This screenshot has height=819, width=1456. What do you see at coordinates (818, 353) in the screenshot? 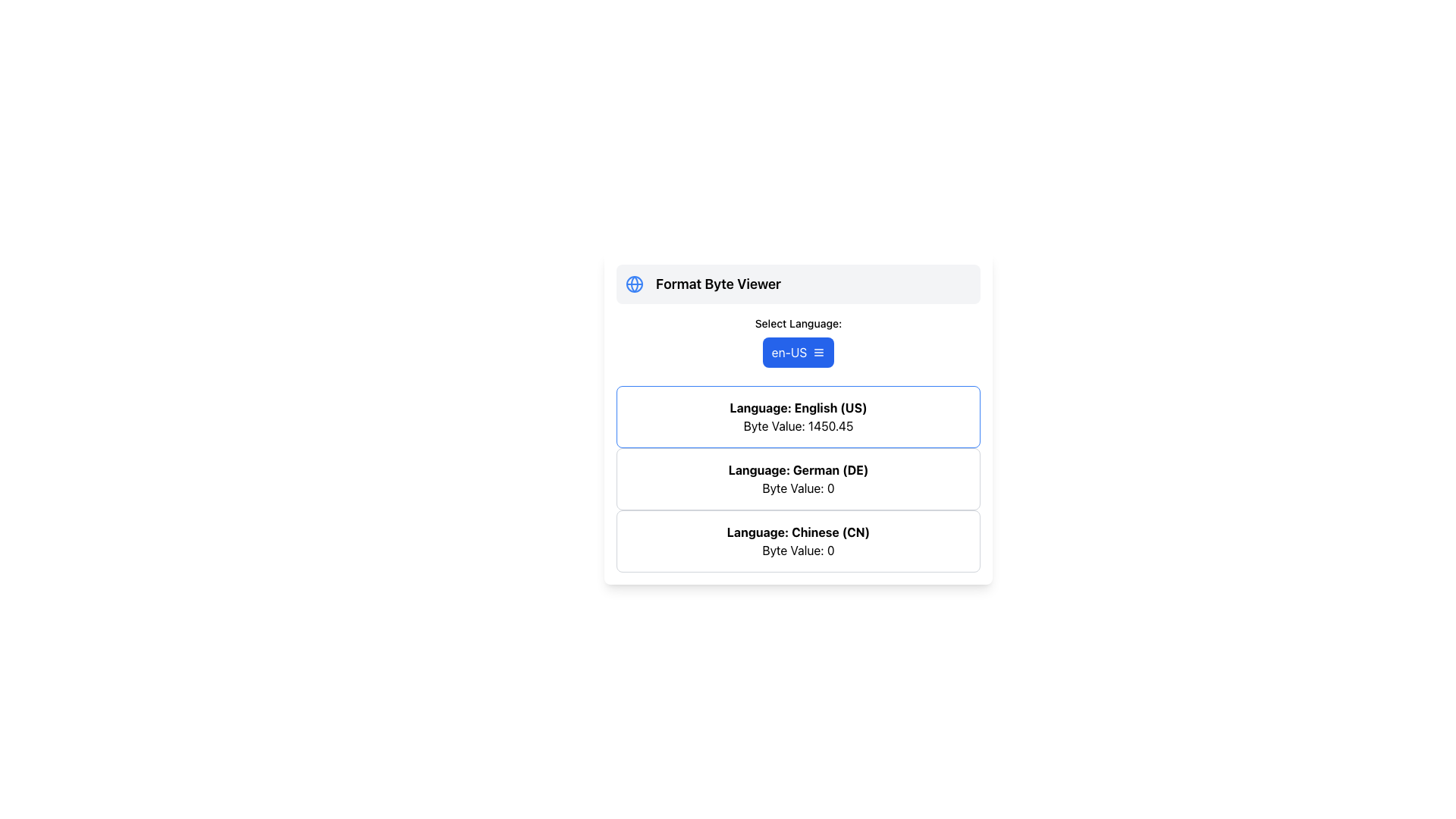
I see `the icon located to the immediate right of the 'en-US' text label within a blue rounded rectangle button` at bounding box center [818, 353].